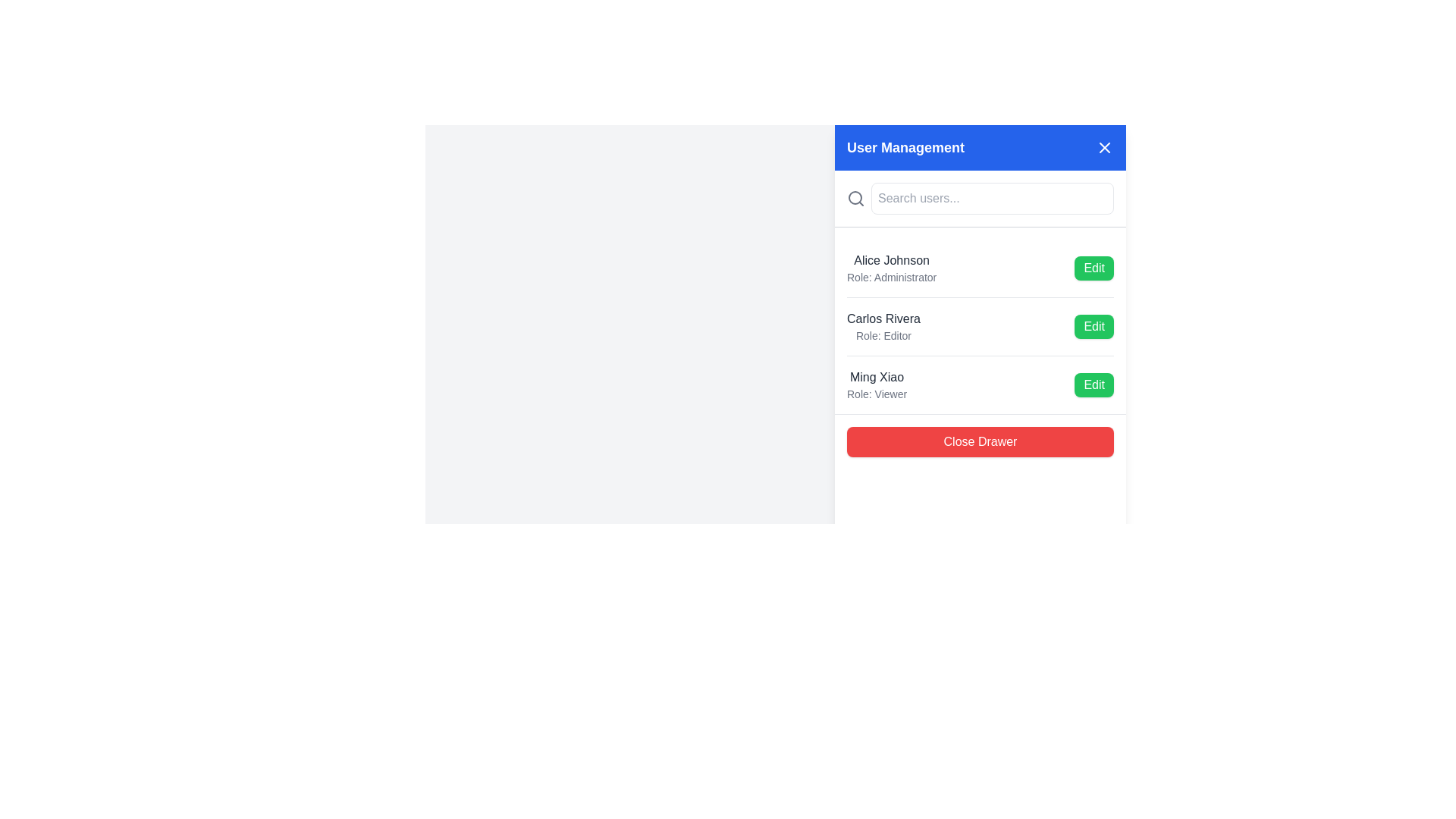 The width and height of the screenshot is (1456, 819). I want to click on the close icon represented by an 'X' with white strokes on a blue background, located in the top-right corner of the header section labeled 'User Management', so click(1105, 148).